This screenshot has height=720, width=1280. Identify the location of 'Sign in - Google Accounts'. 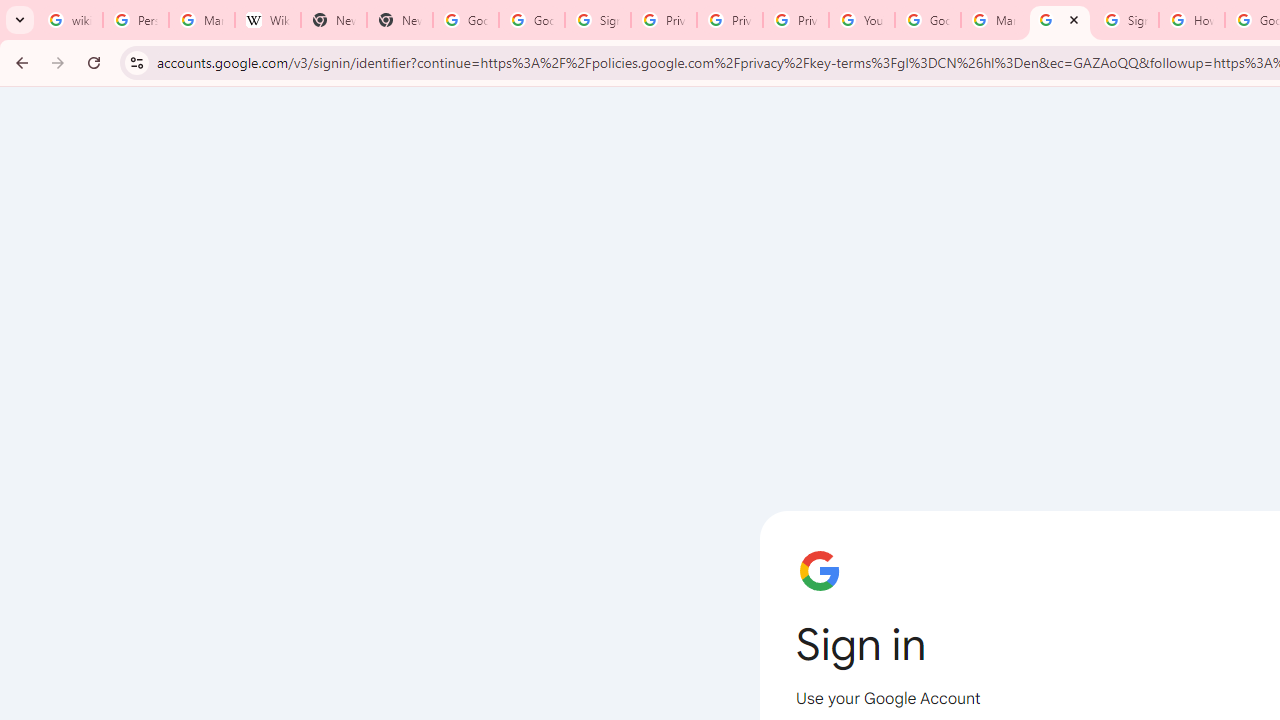
(1058, 20).